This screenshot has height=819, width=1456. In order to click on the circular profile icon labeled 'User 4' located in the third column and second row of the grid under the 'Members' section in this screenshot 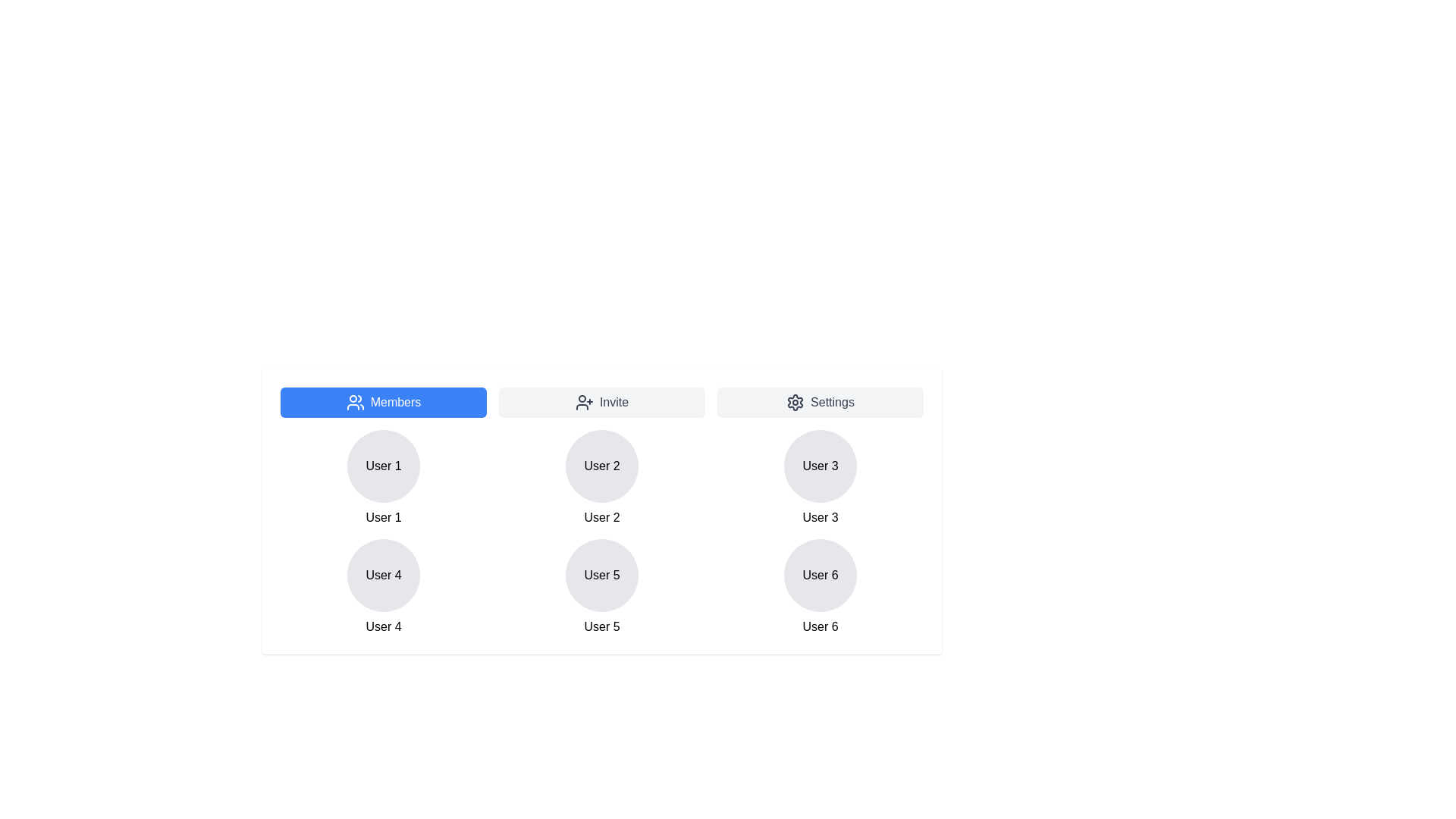, I will do `click(383, 576)`.